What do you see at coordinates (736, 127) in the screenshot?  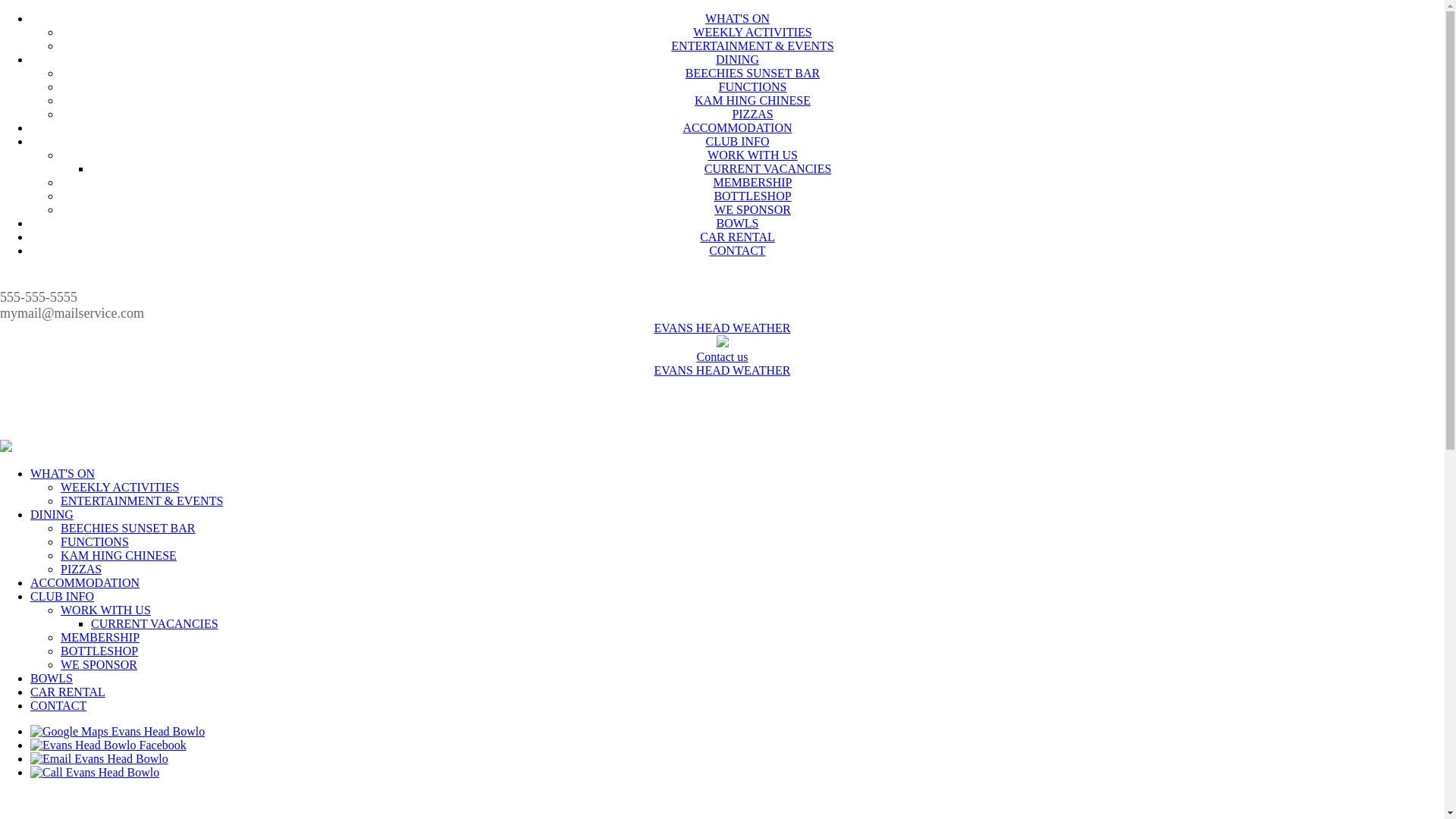 I see `'ACCOMMODATION'` at bounding box center [736, 127].